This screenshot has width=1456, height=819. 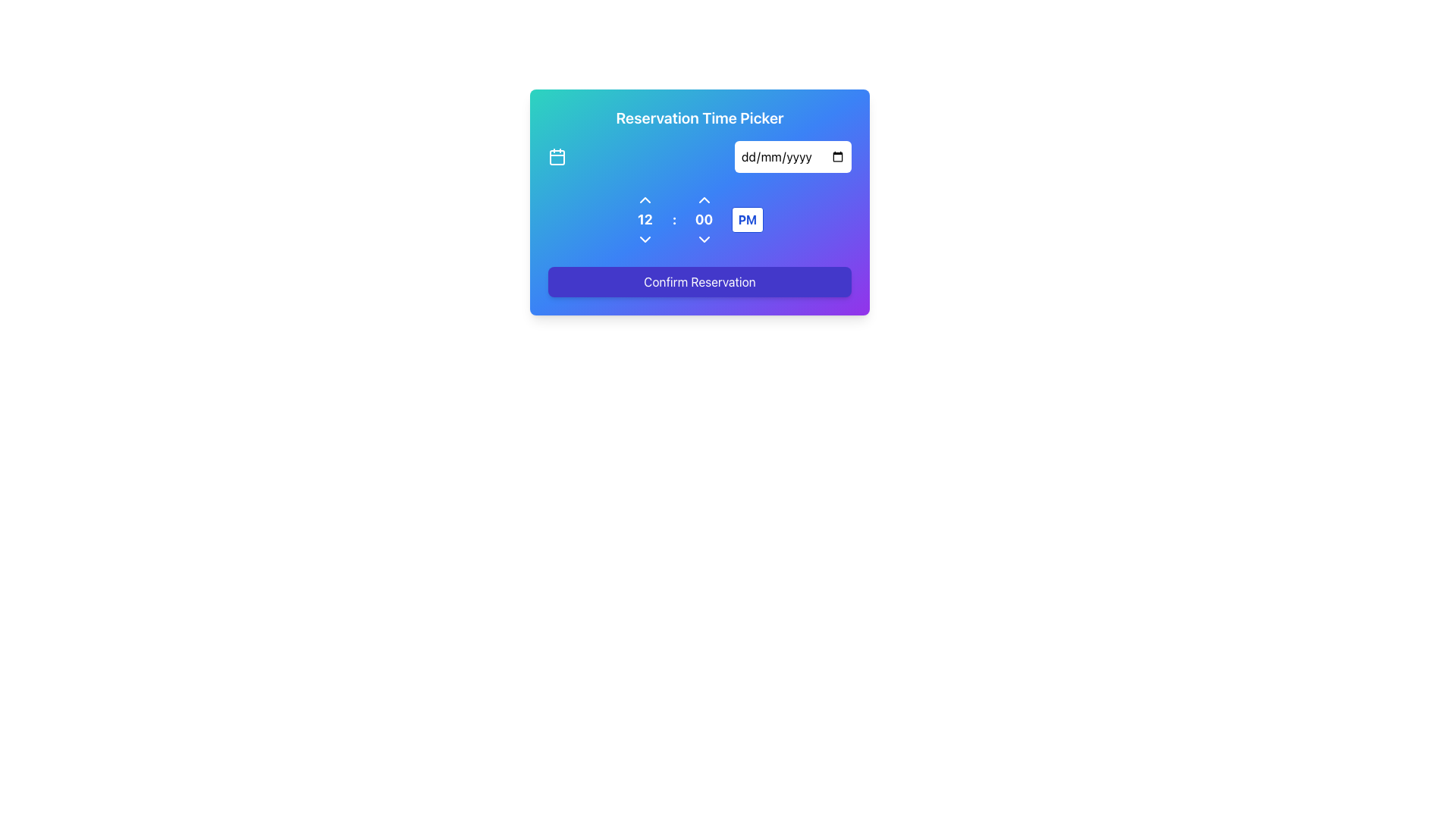 I want to click on the triangular-shaped chevron icon pointing upwards, which is styled in white and placed within a blue background in the time picker control, so click(x=703, y=199).